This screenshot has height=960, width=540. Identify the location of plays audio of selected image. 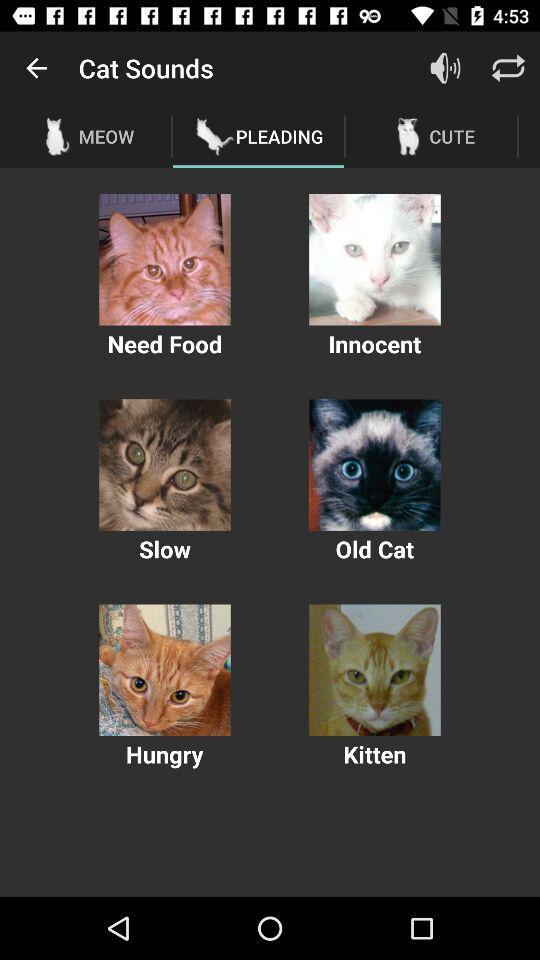
(374, 258).